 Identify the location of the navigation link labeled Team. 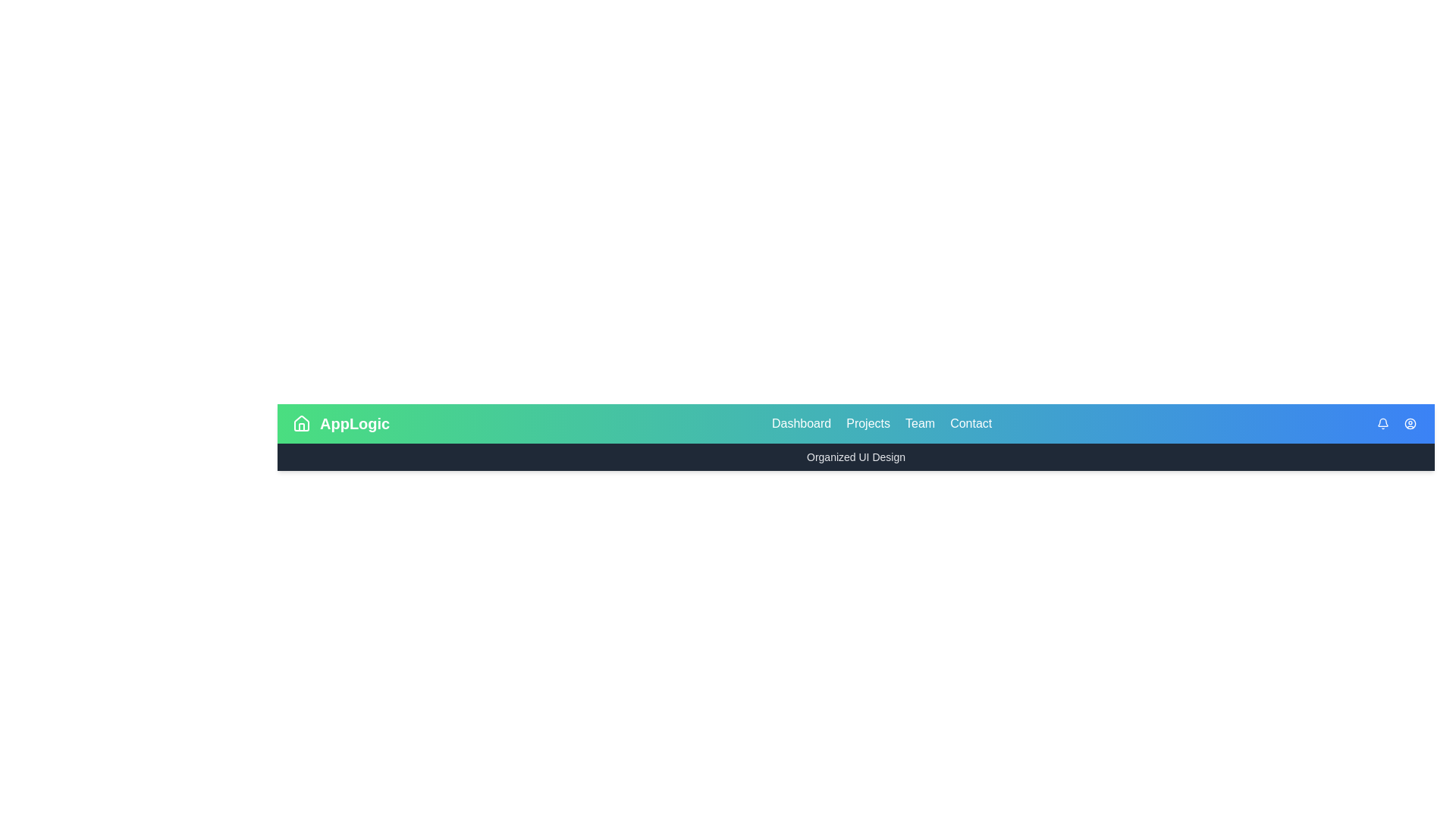
(919, 424).